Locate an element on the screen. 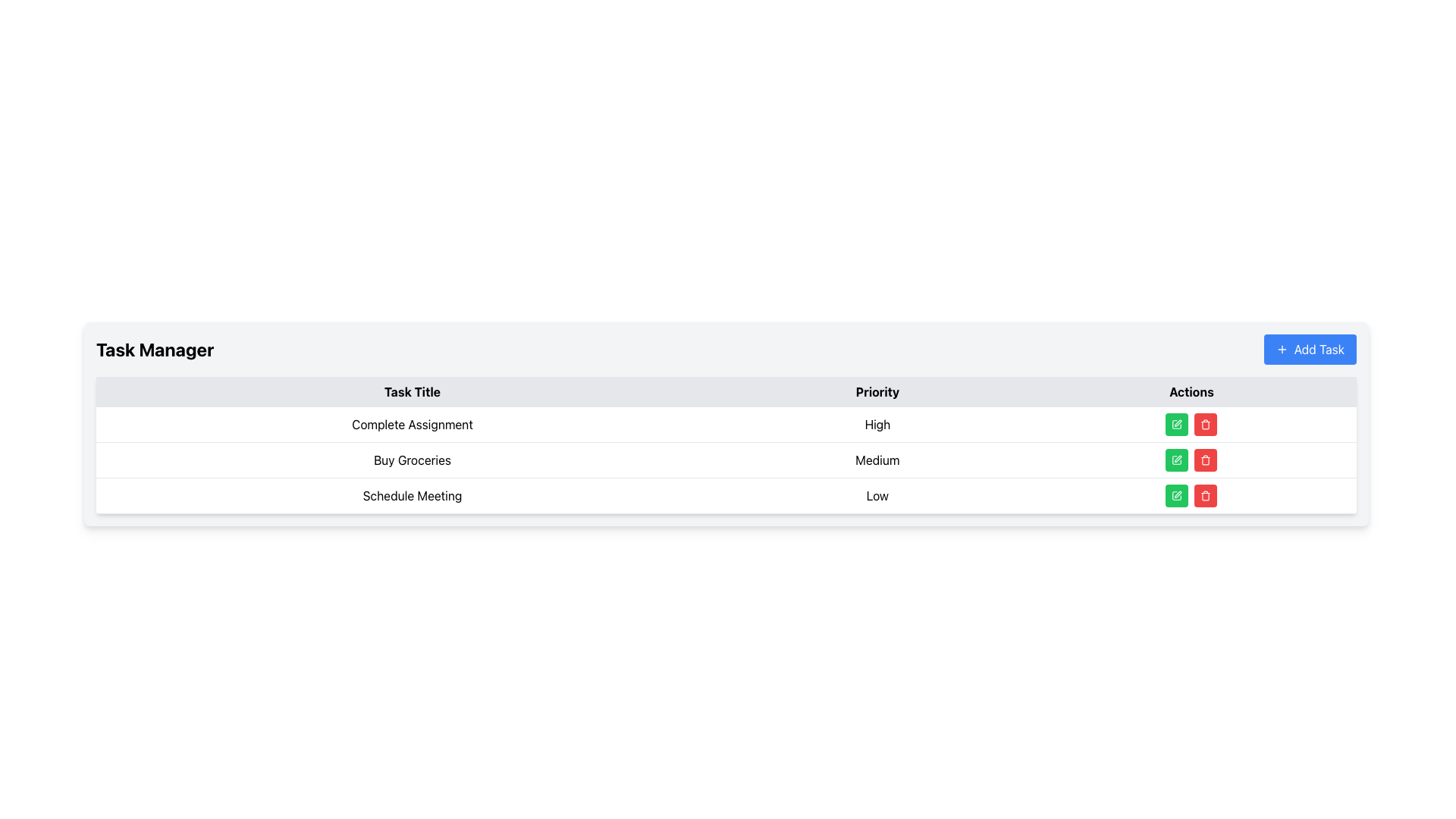 The image size is (1456, 819). the text label 'Task Title' which is displayed in bold black text in a light gray background, located in the first column of the header row above a table is located at coordinates (412, 391).